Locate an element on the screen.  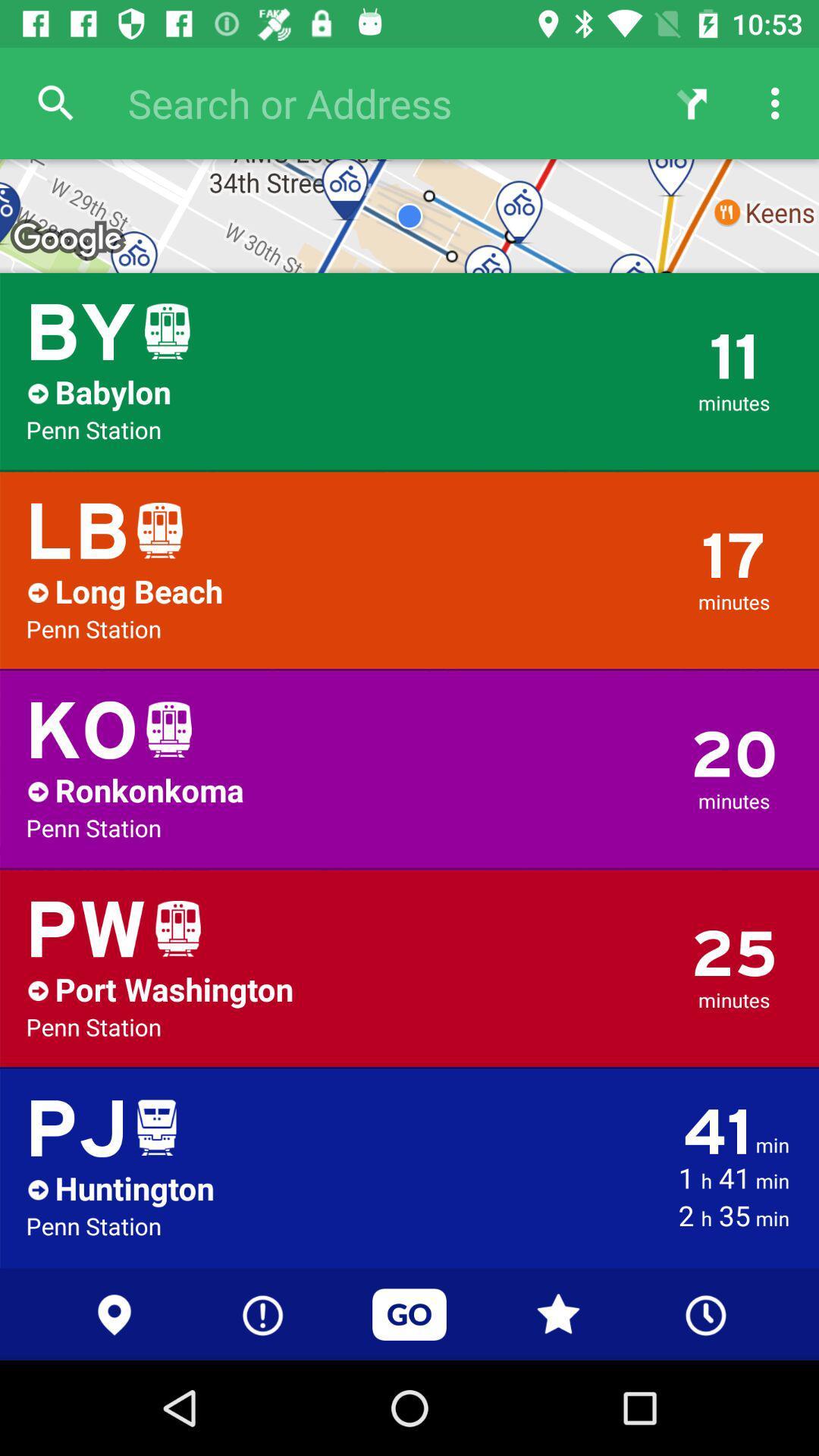
the photo icon is located at coordinates (746, 764).